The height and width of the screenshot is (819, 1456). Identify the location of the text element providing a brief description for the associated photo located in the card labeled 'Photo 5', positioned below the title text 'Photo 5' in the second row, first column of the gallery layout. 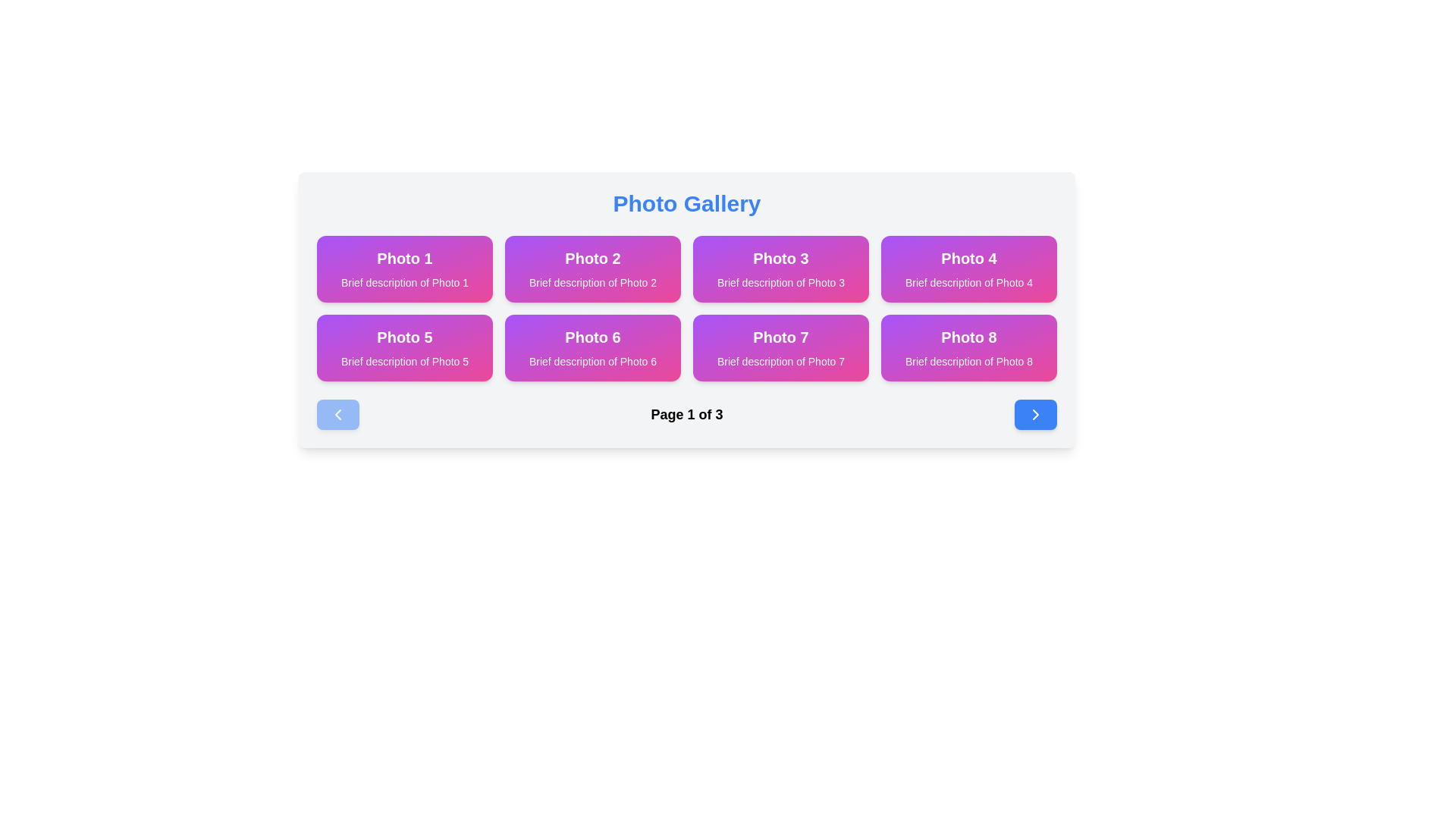
(404, 362).